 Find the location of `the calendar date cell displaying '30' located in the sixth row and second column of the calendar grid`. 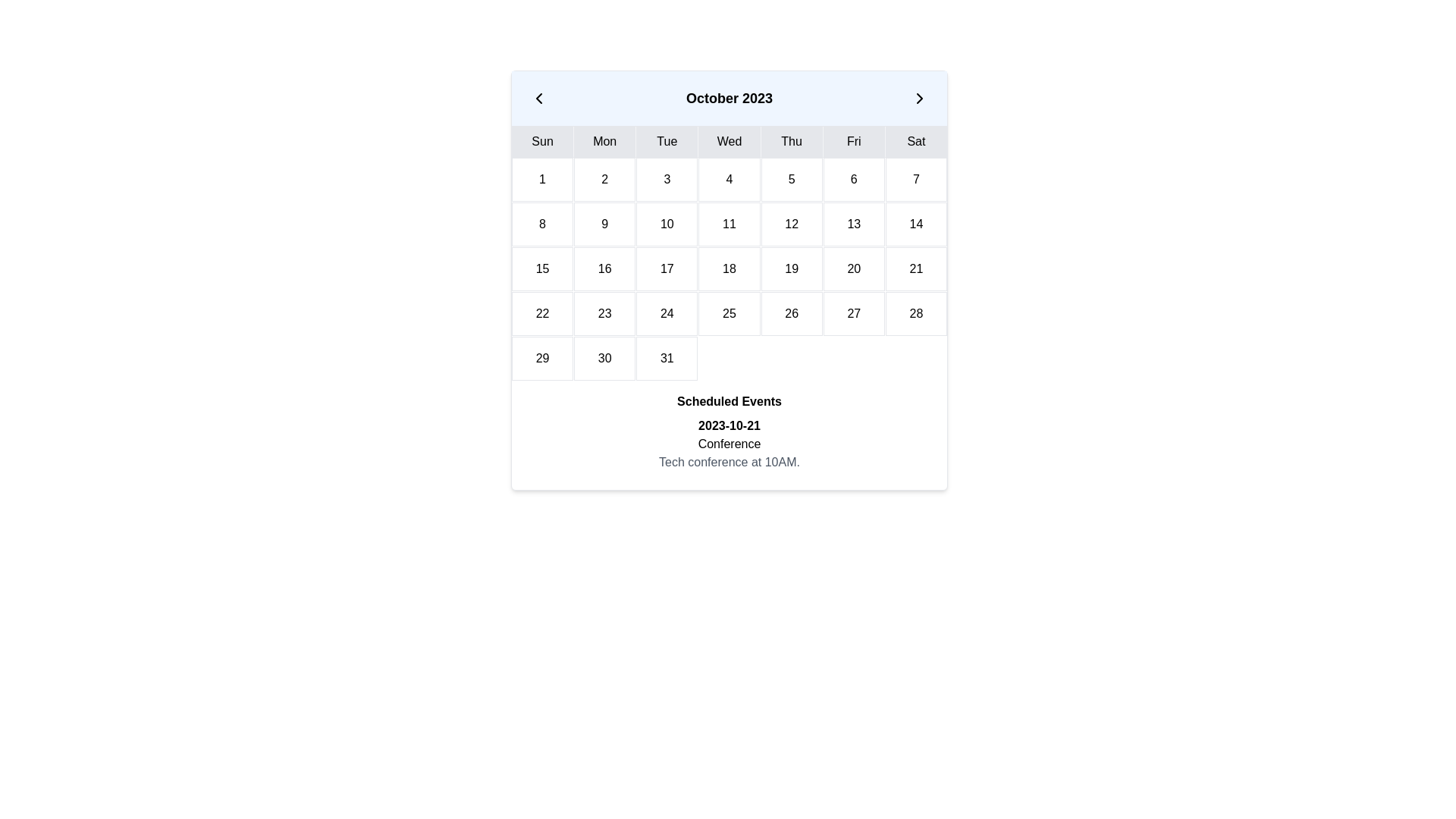

the calendar date cell displaying '30' located in the sixth row and second column of the calendar grid is located at coordinates (604, 359).